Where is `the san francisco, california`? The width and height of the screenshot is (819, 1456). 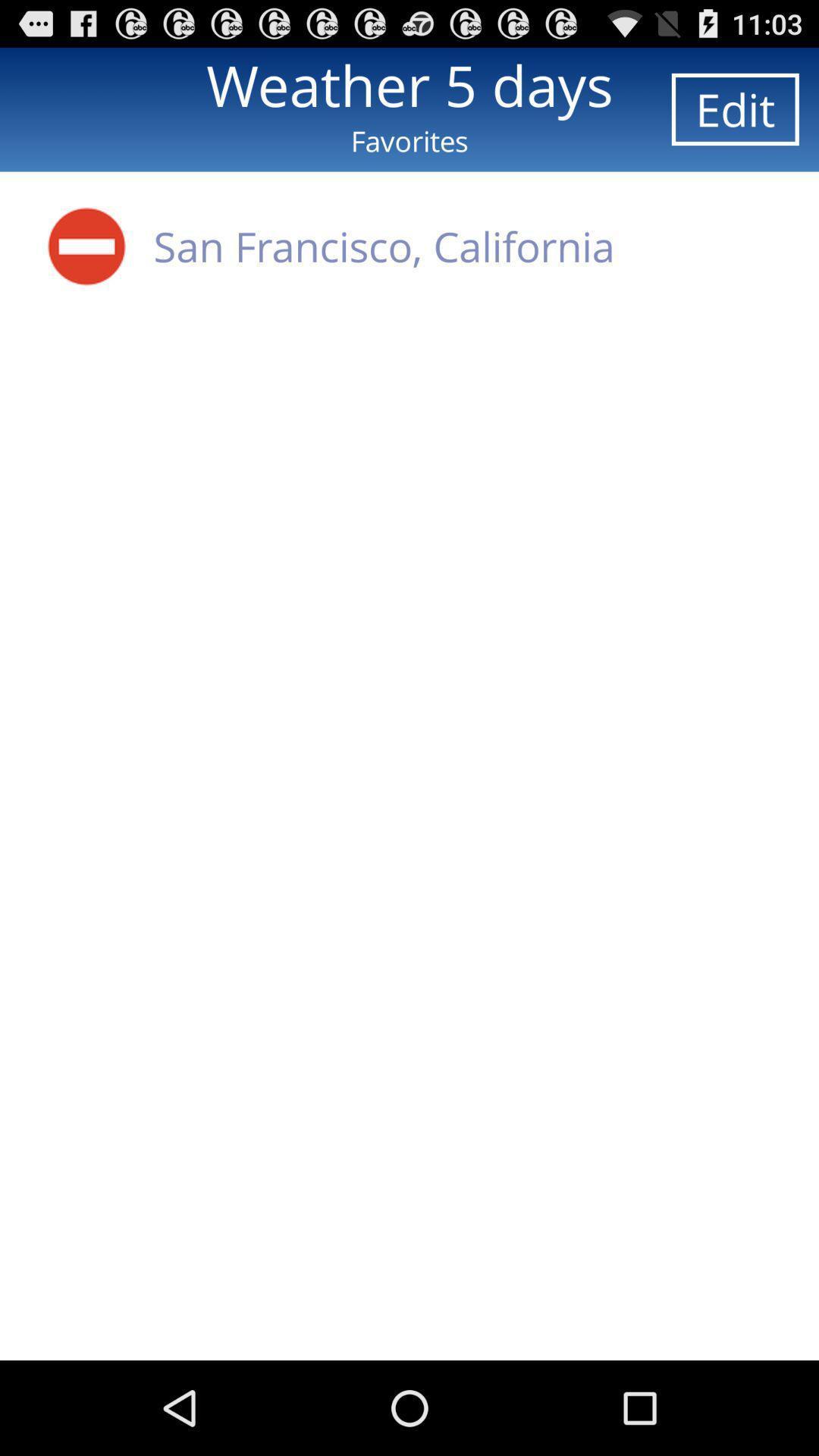 the san francisco, california is located at coordinates (383, 246).